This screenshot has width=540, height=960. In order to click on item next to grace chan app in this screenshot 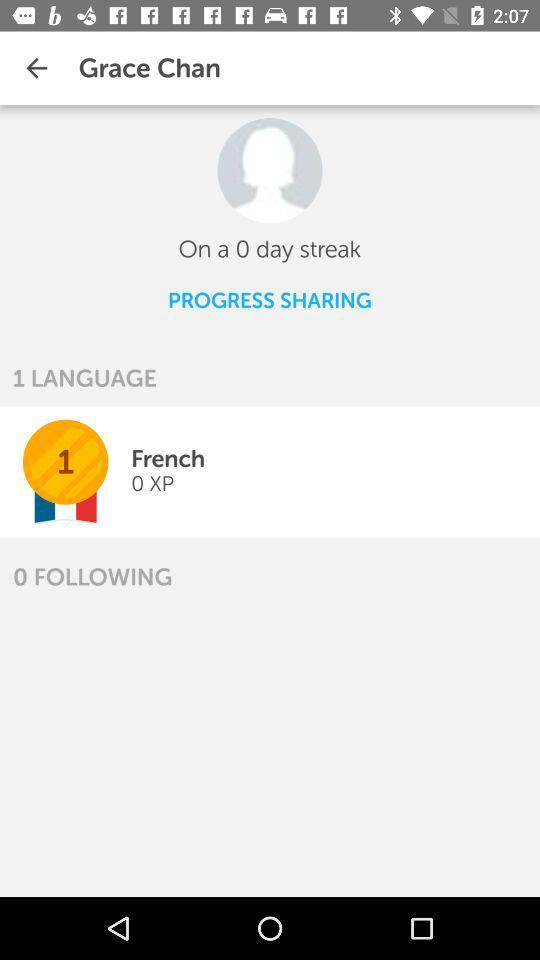, I will do `click(36, 68)`.